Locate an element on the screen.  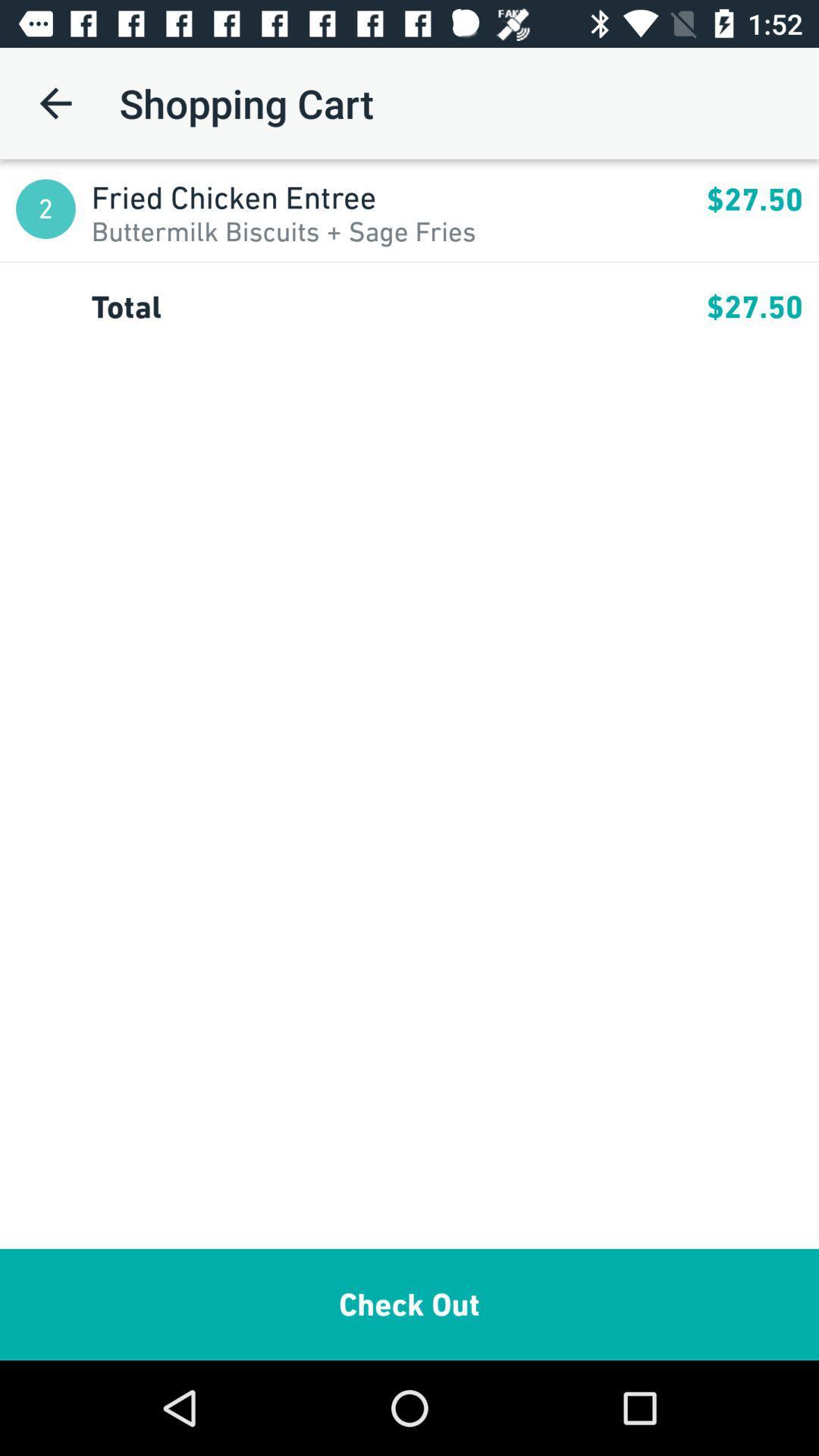
the icon to the left of shopping cart icon is located at coordinates (55, 102).